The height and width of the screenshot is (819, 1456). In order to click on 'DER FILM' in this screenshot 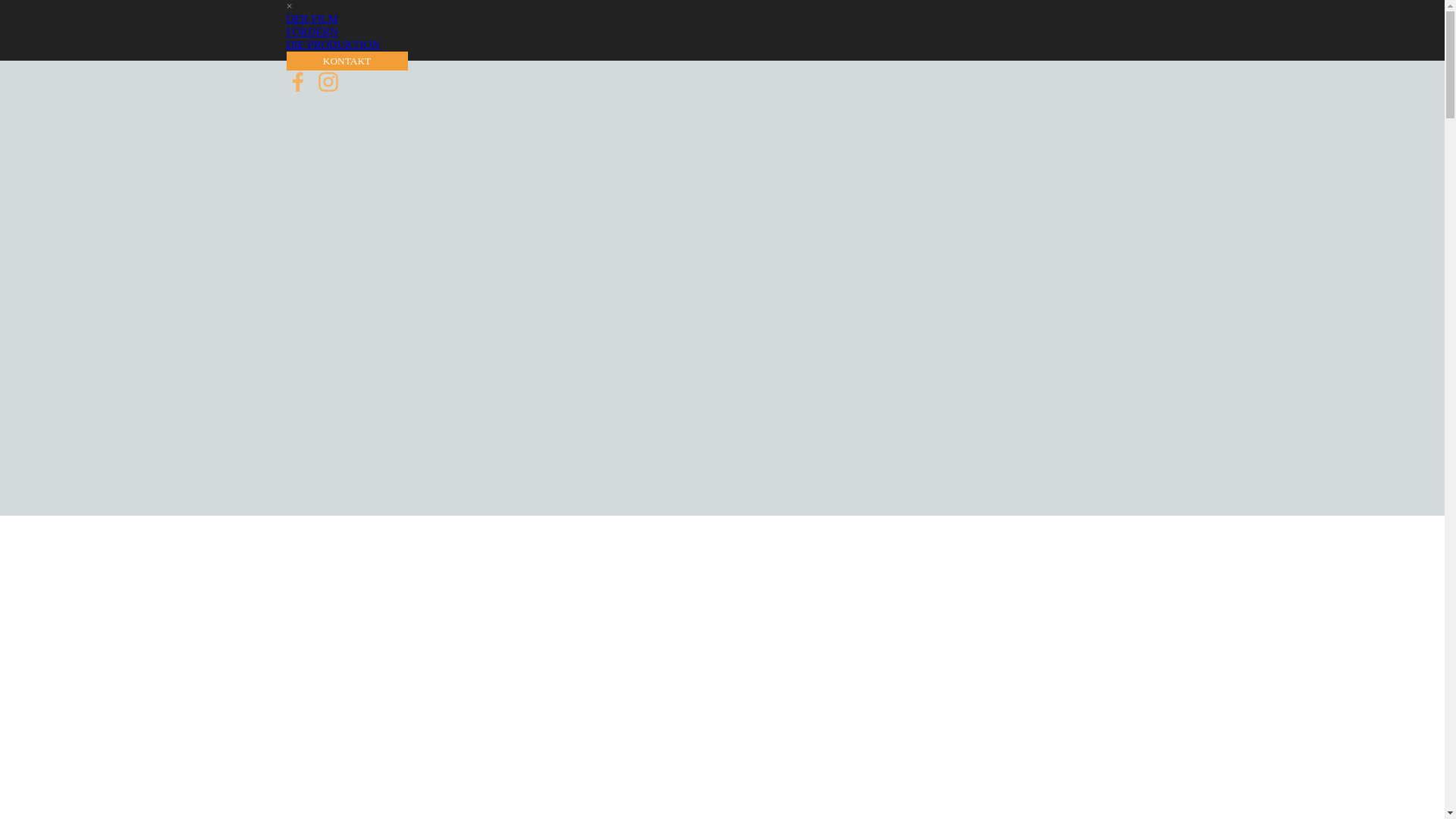, I will do `click(312, 18)`.